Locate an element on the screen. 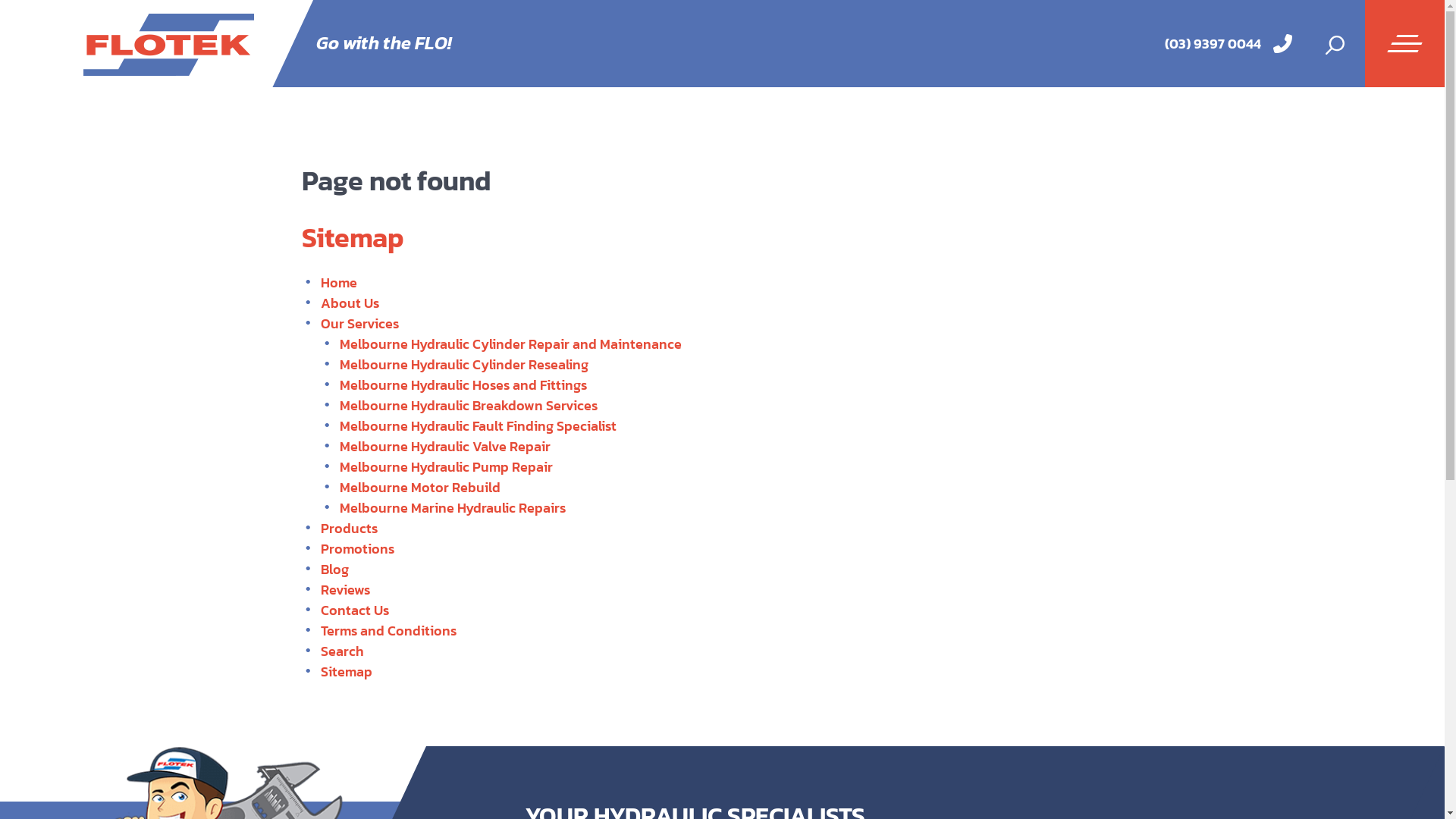 The height and width of the screenshot is (819, 1456). '(03) 9397 0044' is located at coordinates (1212, 42).